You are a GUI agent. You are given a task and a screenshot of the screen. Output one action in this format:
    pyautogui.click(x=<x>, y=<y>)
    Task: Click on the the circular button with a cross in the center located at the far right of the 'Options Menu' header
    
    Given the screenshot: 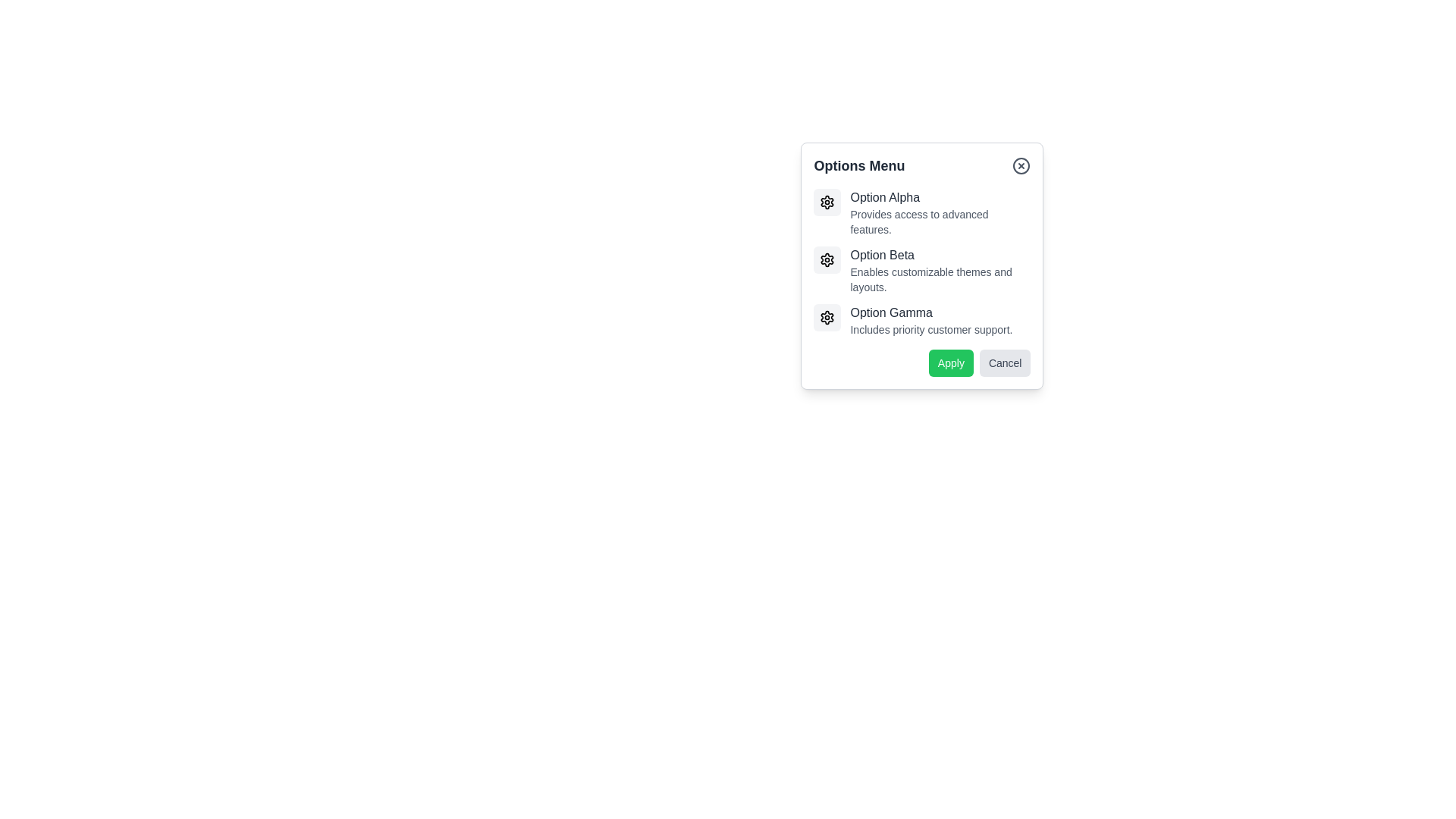 What is the action you would take?
    pyautogui.click(x=1021, y=166)
    